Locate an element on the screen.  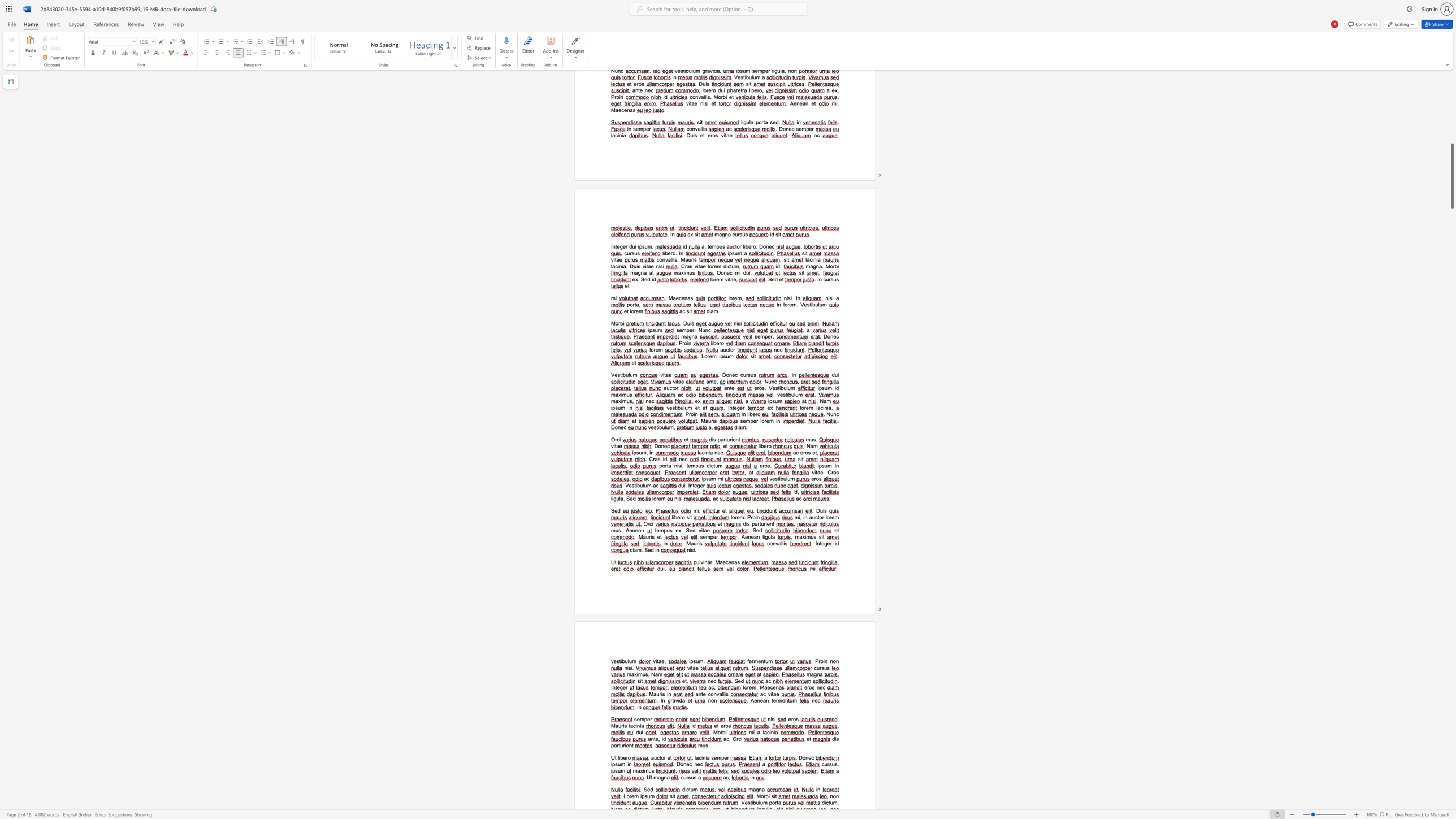
the 1th character "c" in the text is located at coordinates (727, 739).